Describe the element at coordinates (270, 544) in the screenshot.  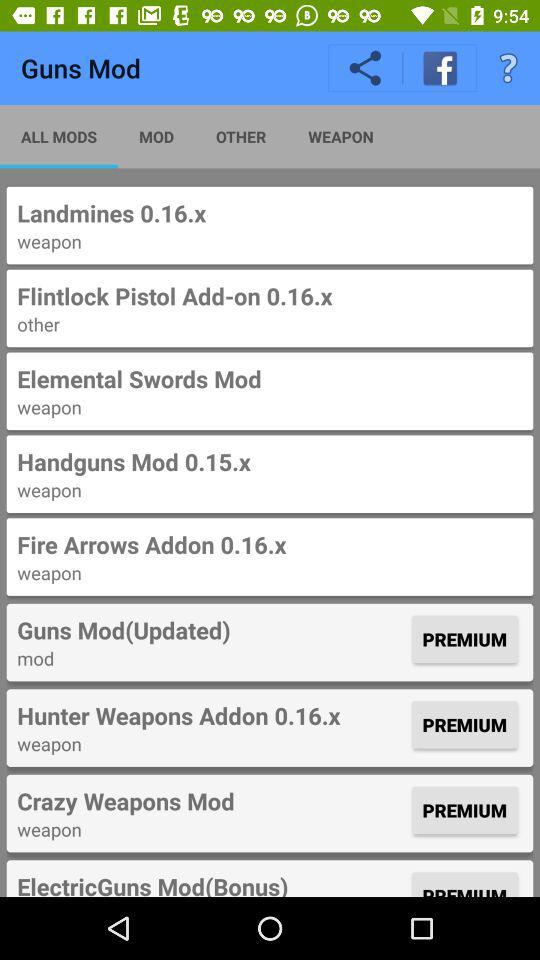
I see `the item above weapon item` at that location.